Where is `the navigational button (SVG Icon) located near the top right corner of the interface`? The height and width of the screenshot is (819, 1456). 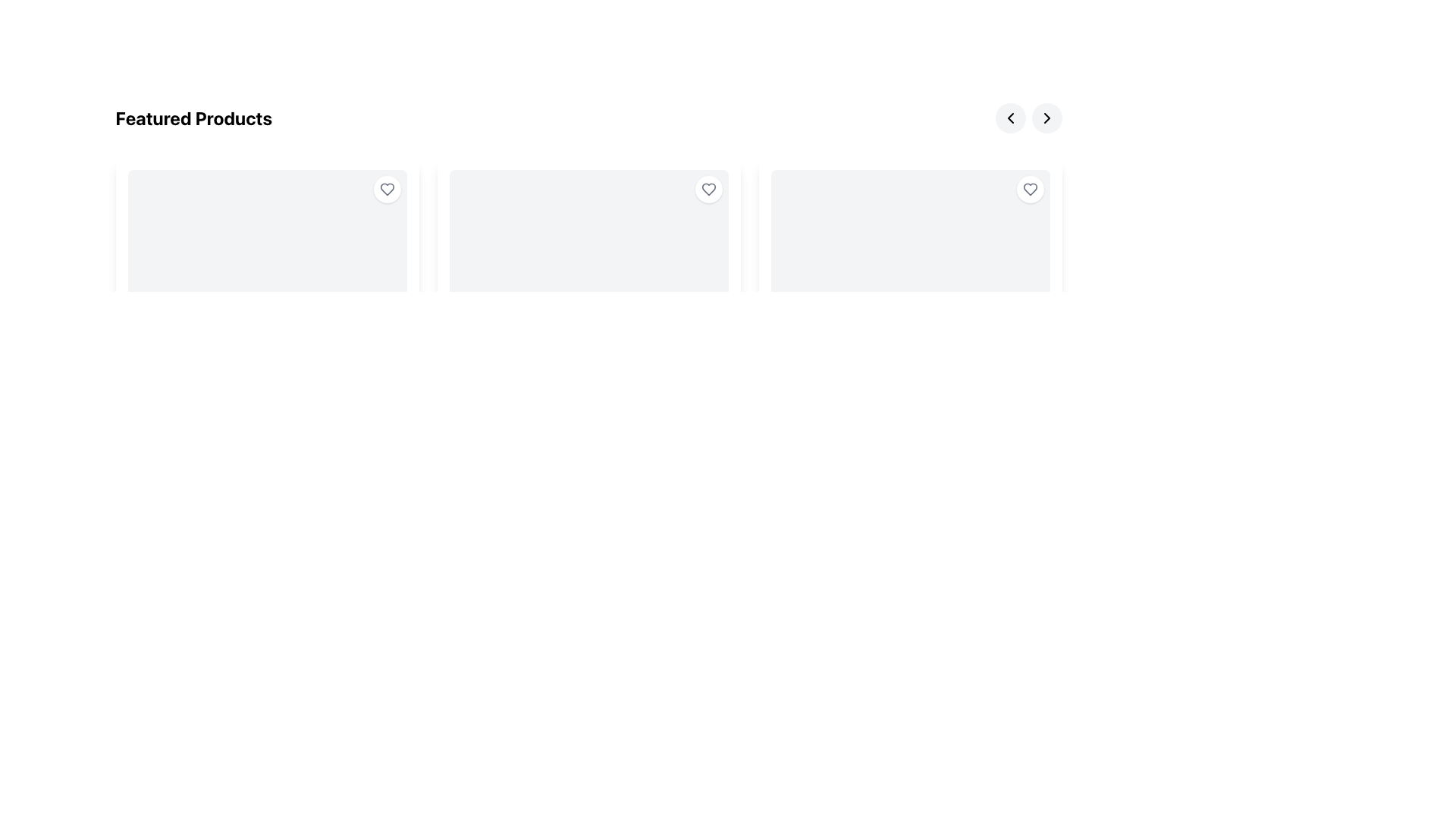 the navigational button (SVG Icon) located near the top right corner of the interface is located at coordinates (1010, 117).